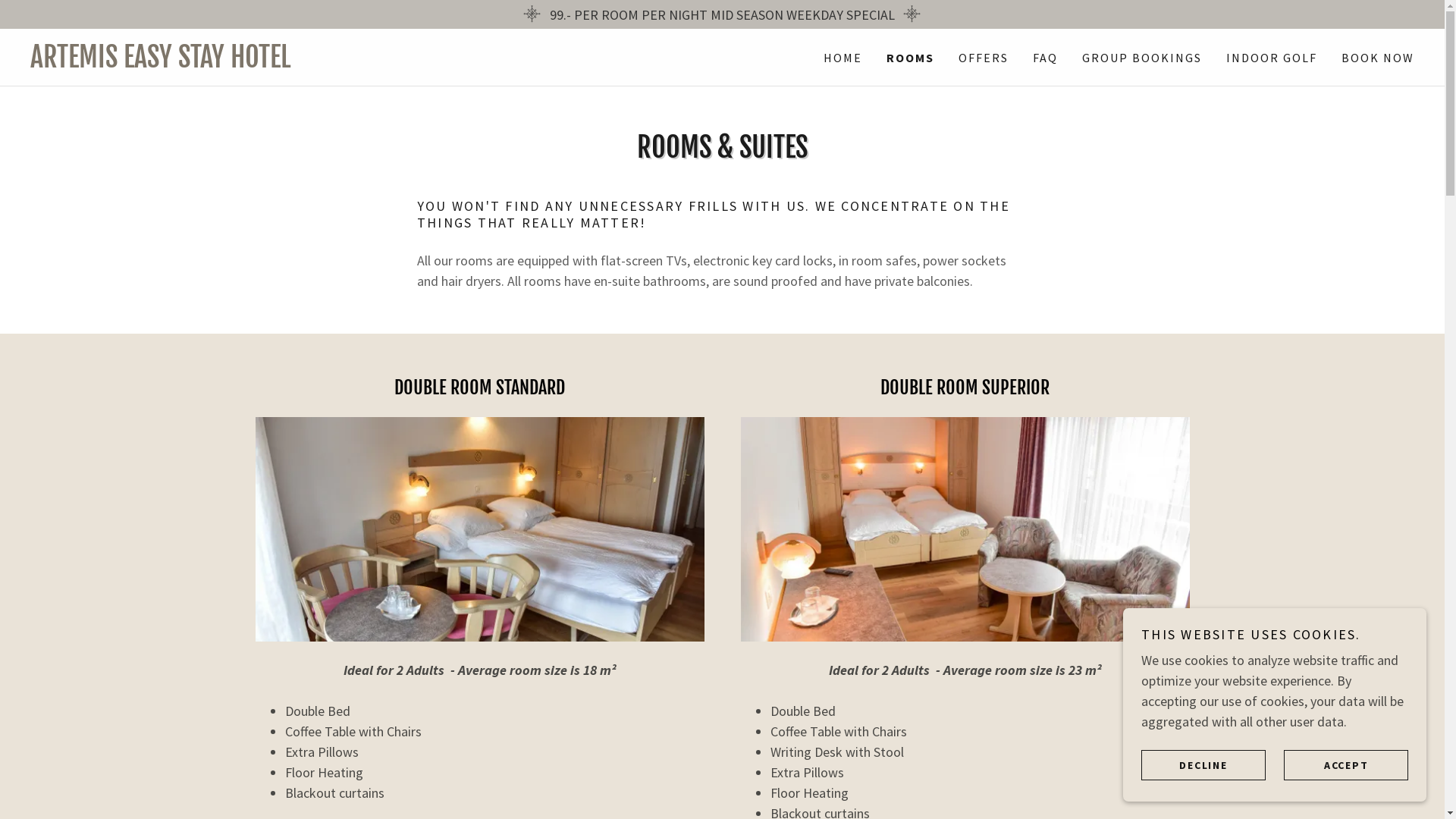 This screenshot has height=819, width=1456. What do you see at coordinates (1203, 764) in the screenshot?
I see `'DECLINE'` at bounding box center [1203, 764].